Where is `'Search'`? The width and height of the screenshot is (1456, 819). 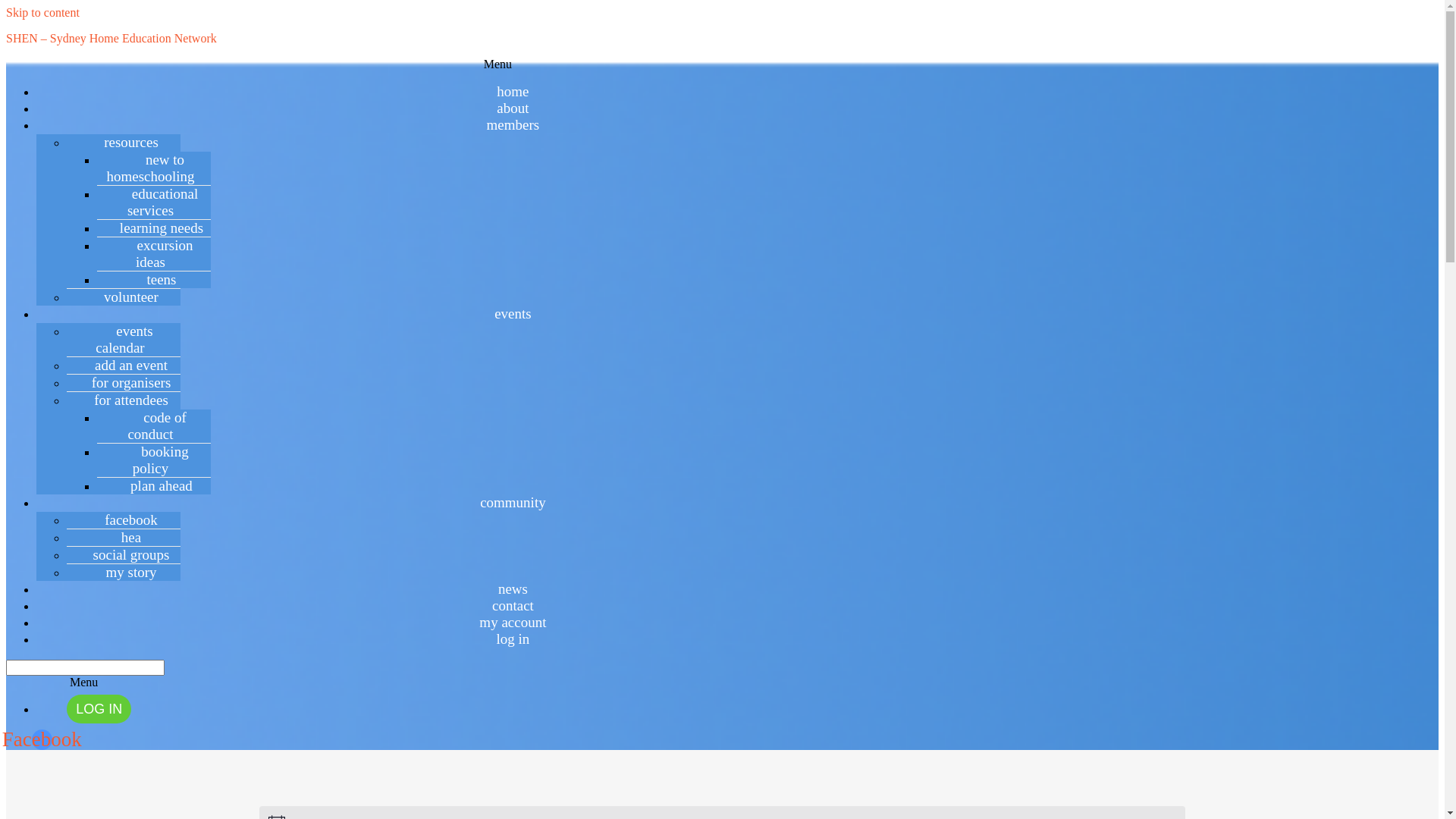
'Search' is located at coordinates (6, 667).